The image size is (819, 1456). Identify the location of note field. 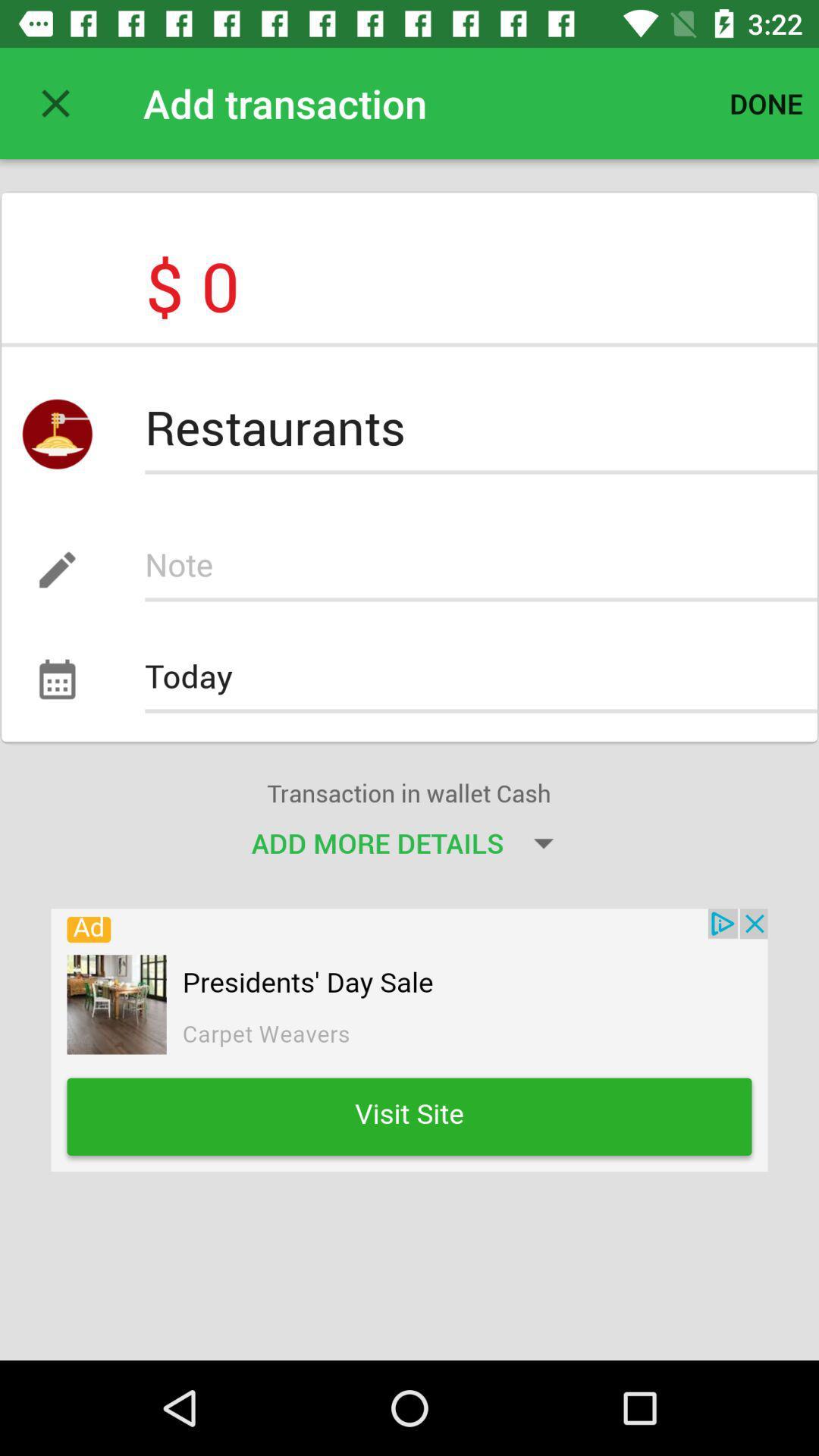
(481, 569).